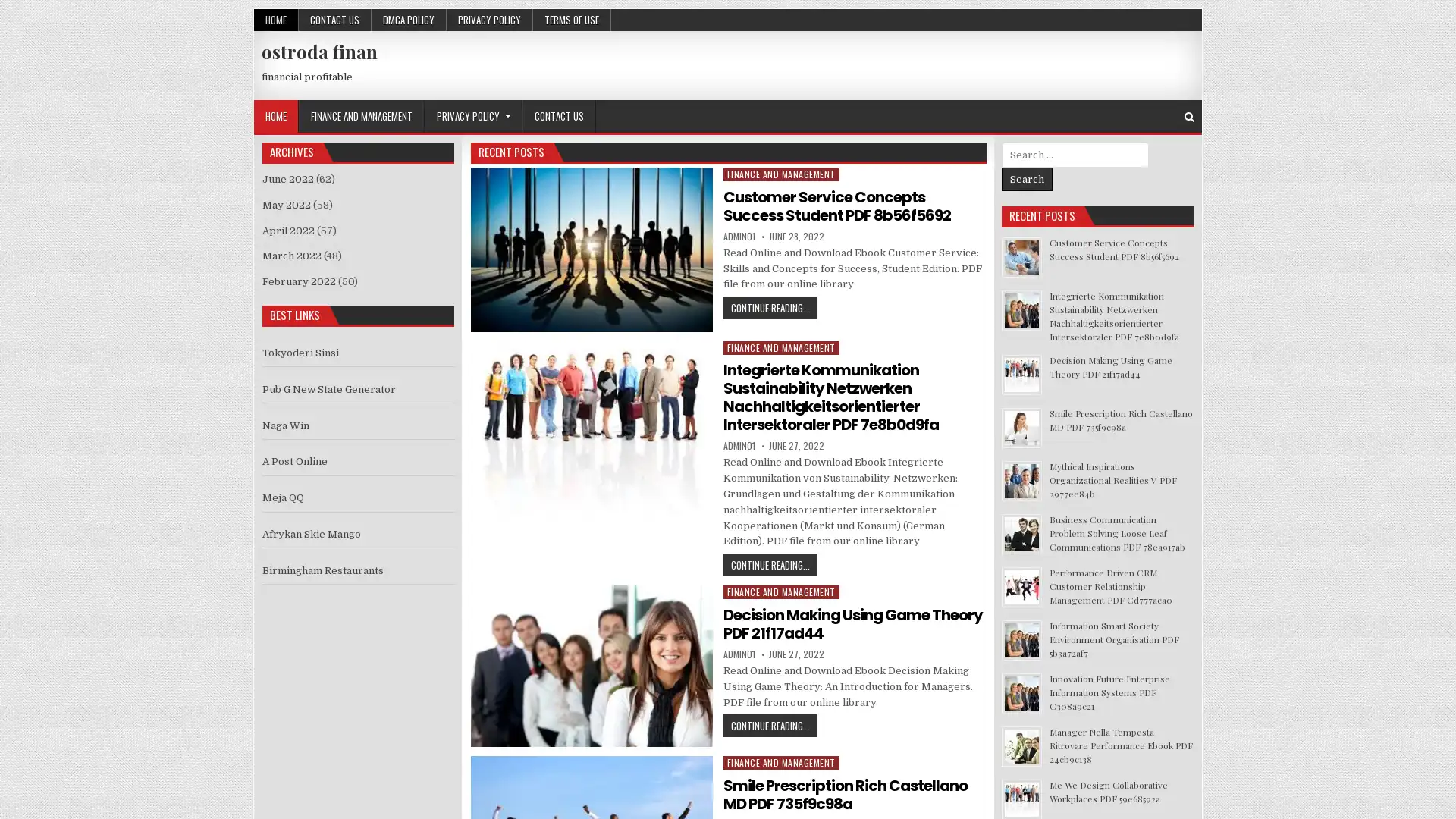 The width and height of the screenshot is (1456, 819). Describe the element at coordinates (1027, 178) in the screenshot. I see `Search` at that location.